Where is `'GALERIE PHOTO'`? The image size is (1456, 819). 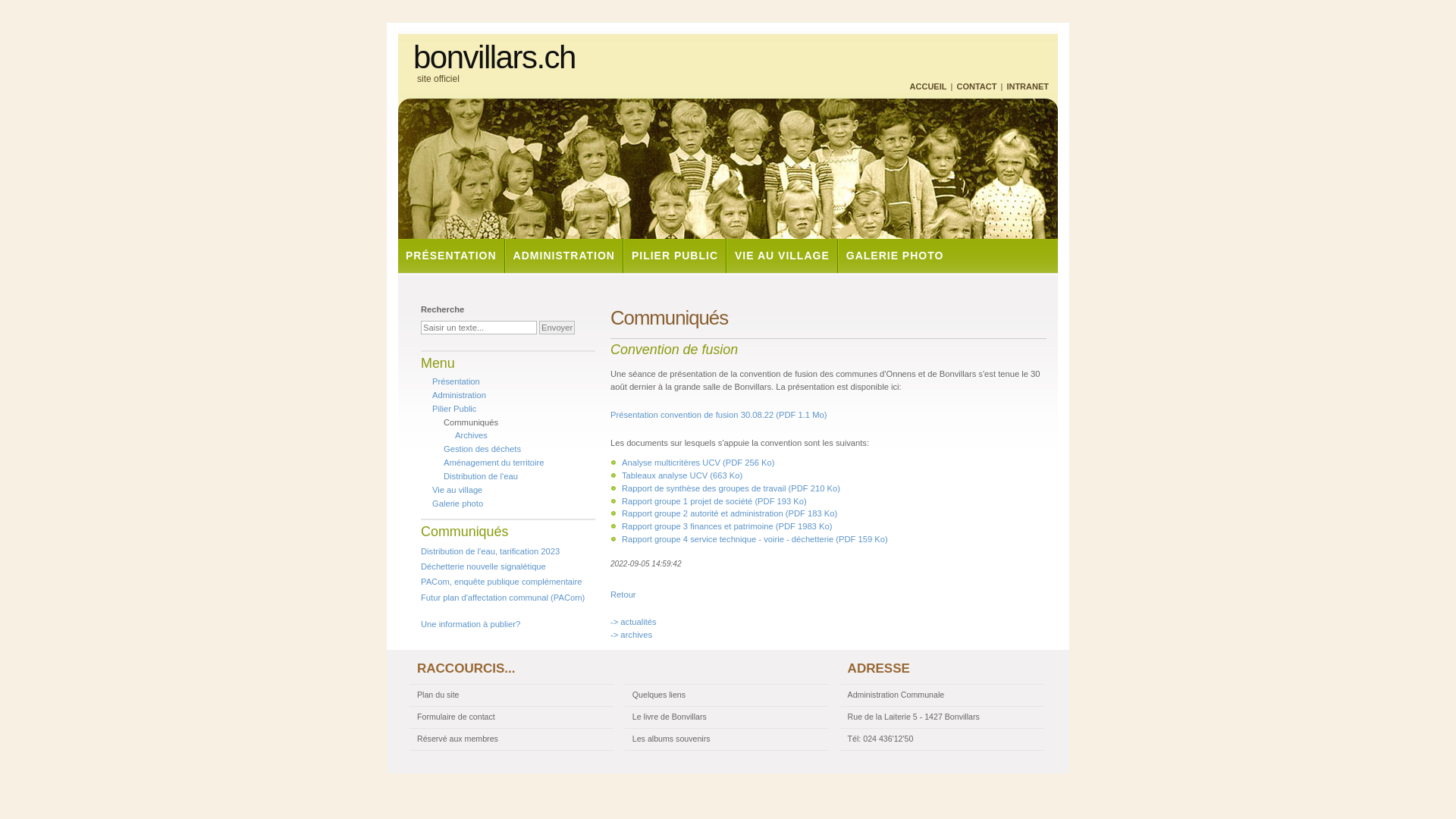 'GALERIE PHOTO' is located at coordinates (894, 255).